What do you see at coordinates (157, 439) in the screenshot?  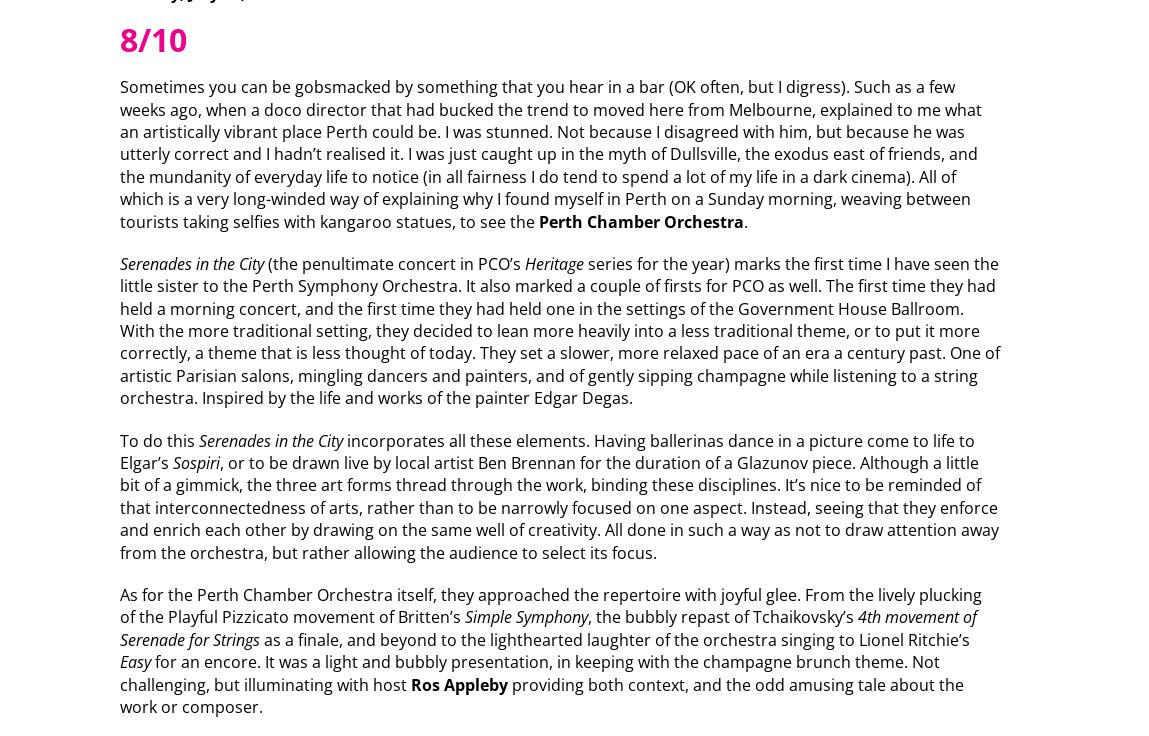 I see `'To do this'` at bounding box center [157, 439].